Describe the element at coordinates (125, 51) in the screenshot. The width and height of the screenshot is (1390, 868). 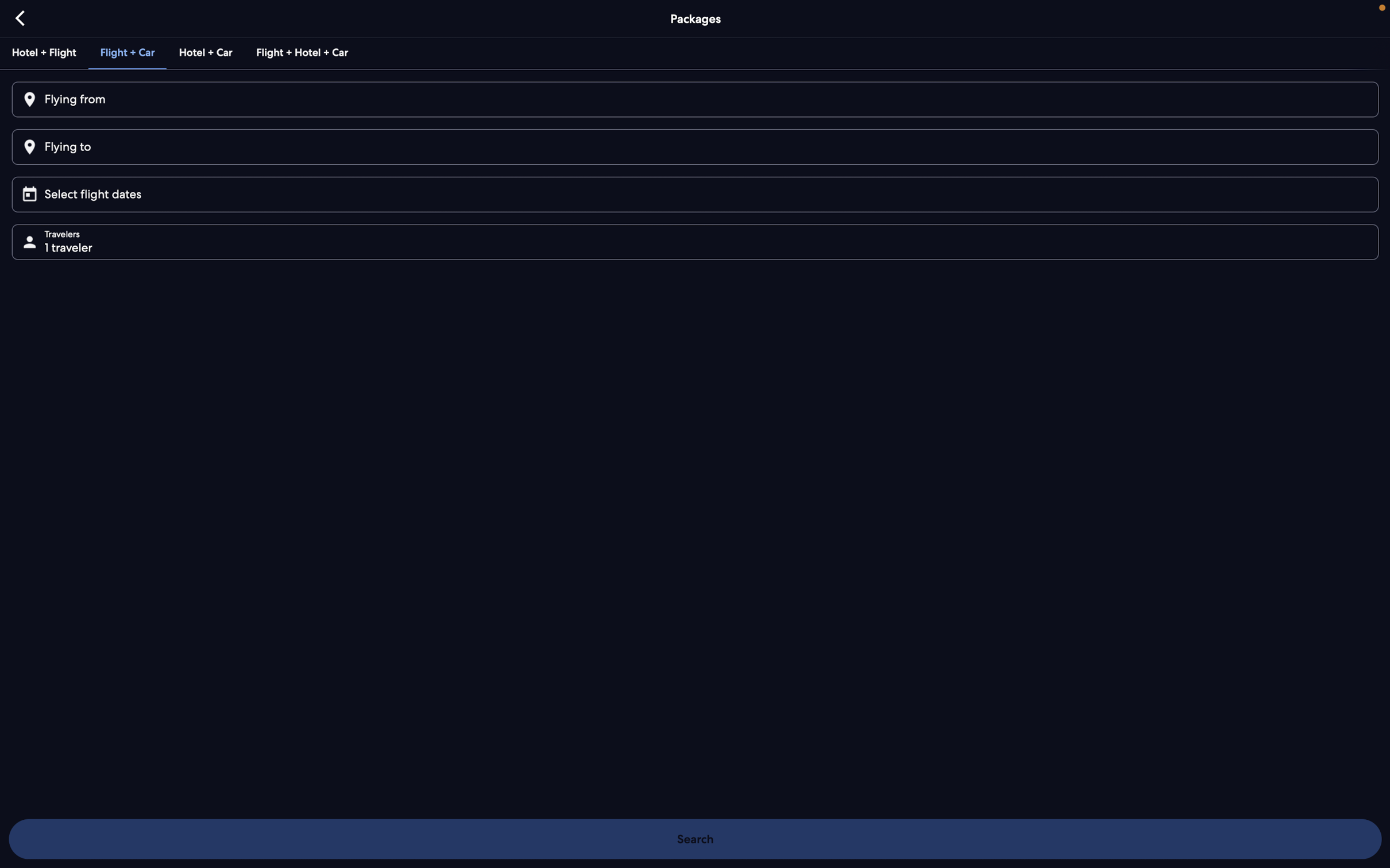
I see `the option which includes both a car and flight booking` at that location.